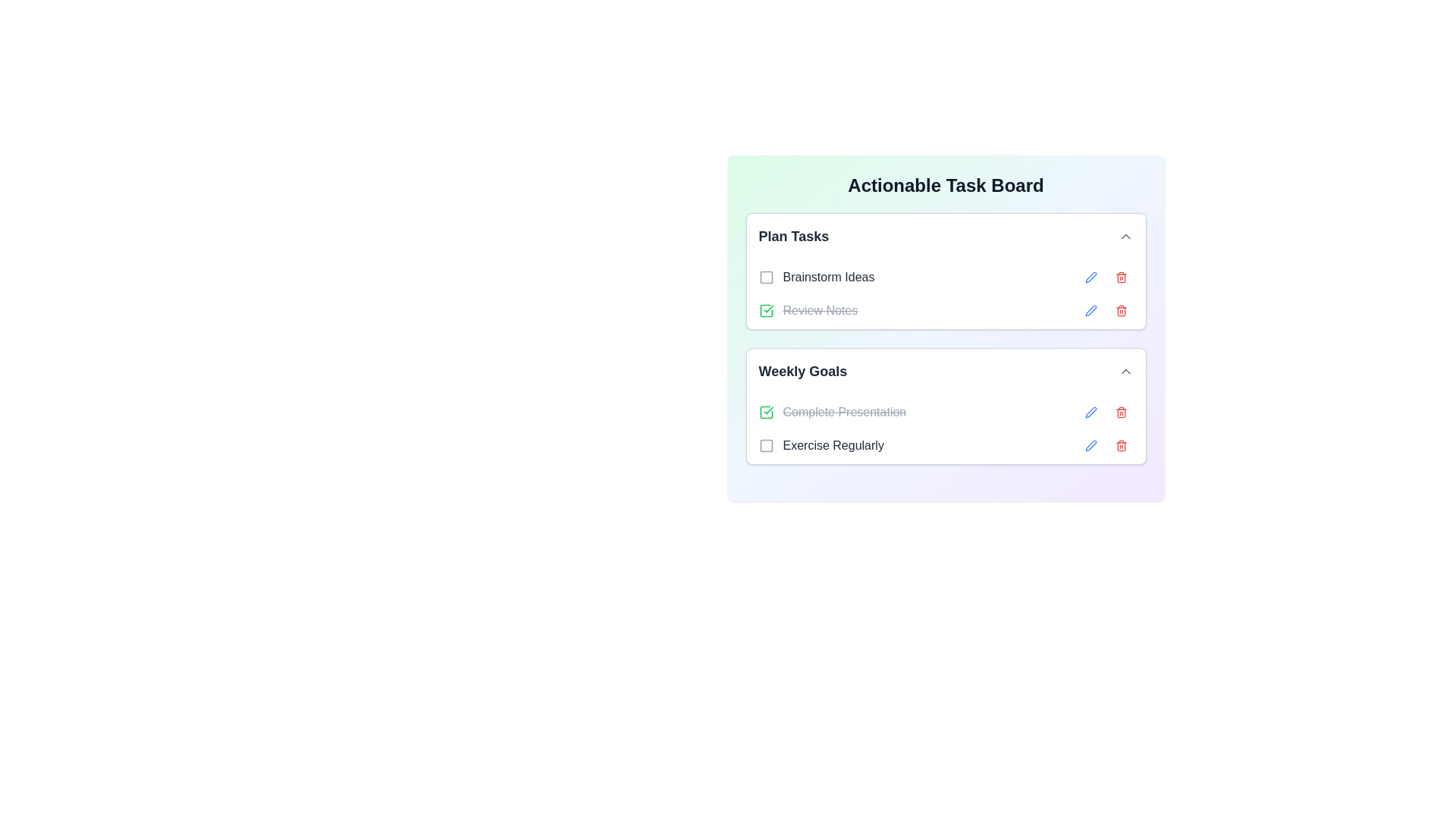 This screenshot has height=819, width=1456. What do you see at coordinates (766, 444) in the screenshot?
I see `the checkbox located at the beginning of the 'Exercise Regularly' task item in the 'Weekly Goals' section` at bounding box center [766, 444].